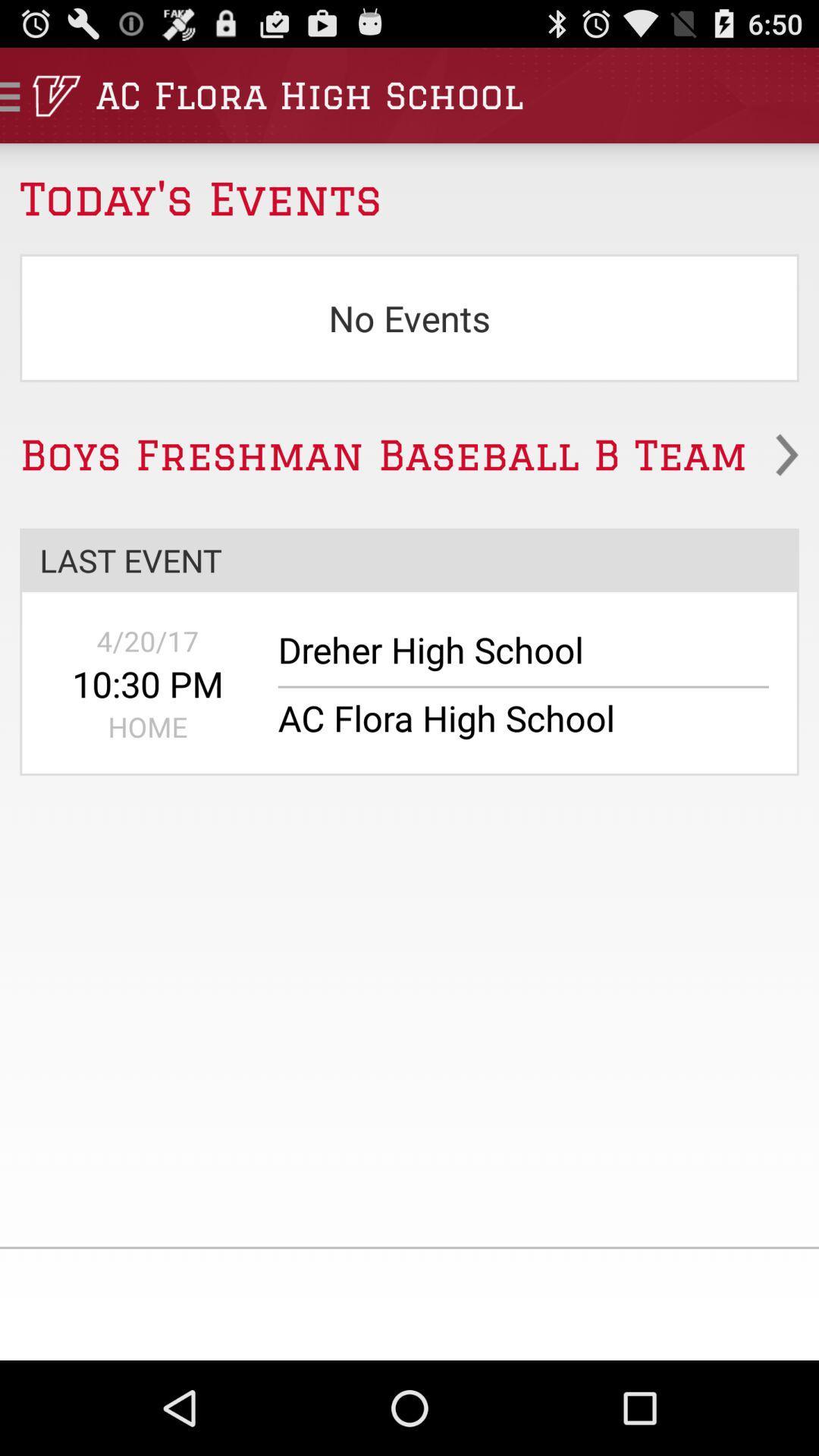 This screenshot has width=819, height=1456. I want to click on the no events item, so click(409, 317).